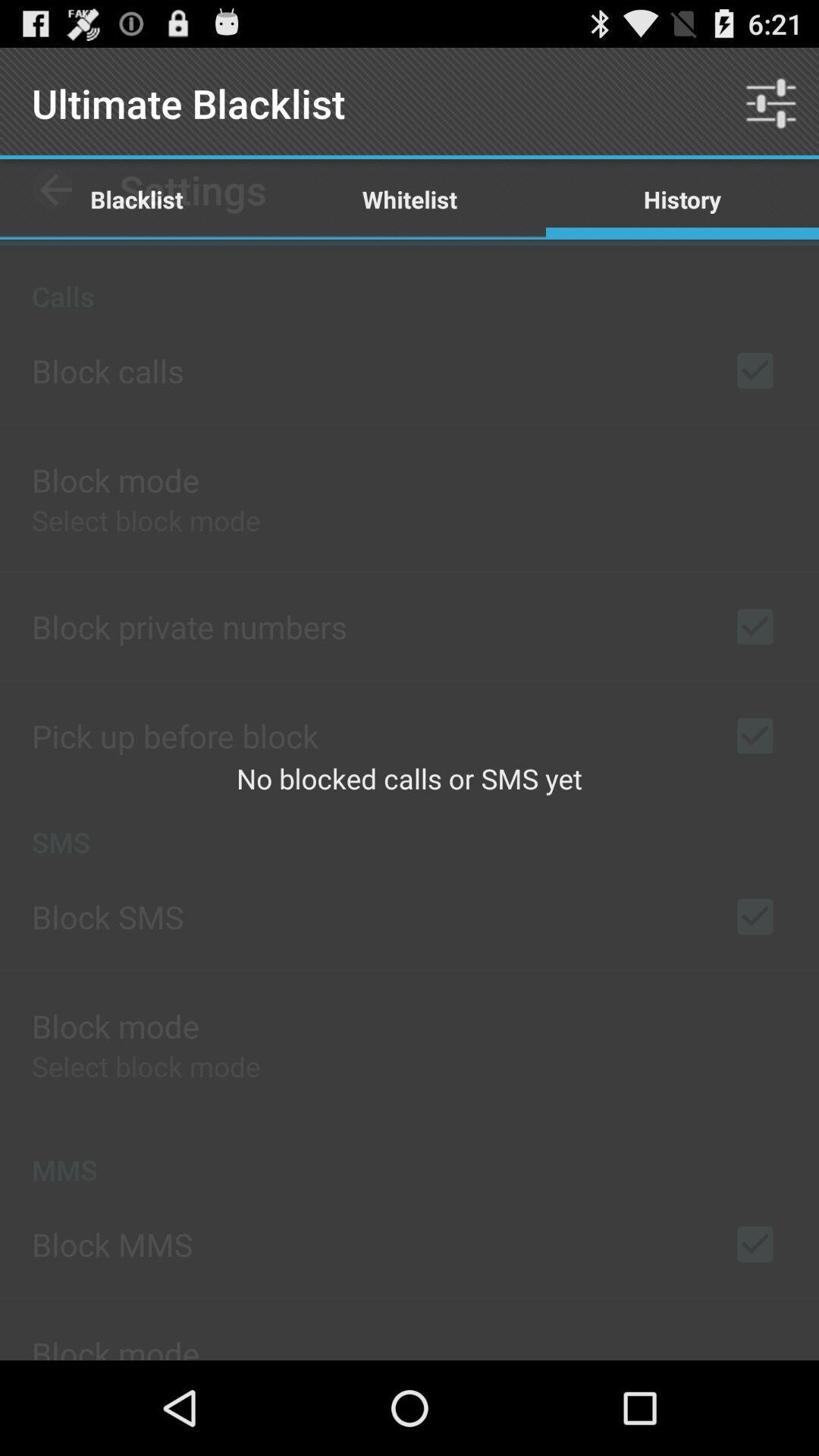 Image resolution: width=819 pixels, height=1456 pixels. Describe the element at coordinates (771, 102) in the screenshot. I see `the item to the right of whitelist` at that location.